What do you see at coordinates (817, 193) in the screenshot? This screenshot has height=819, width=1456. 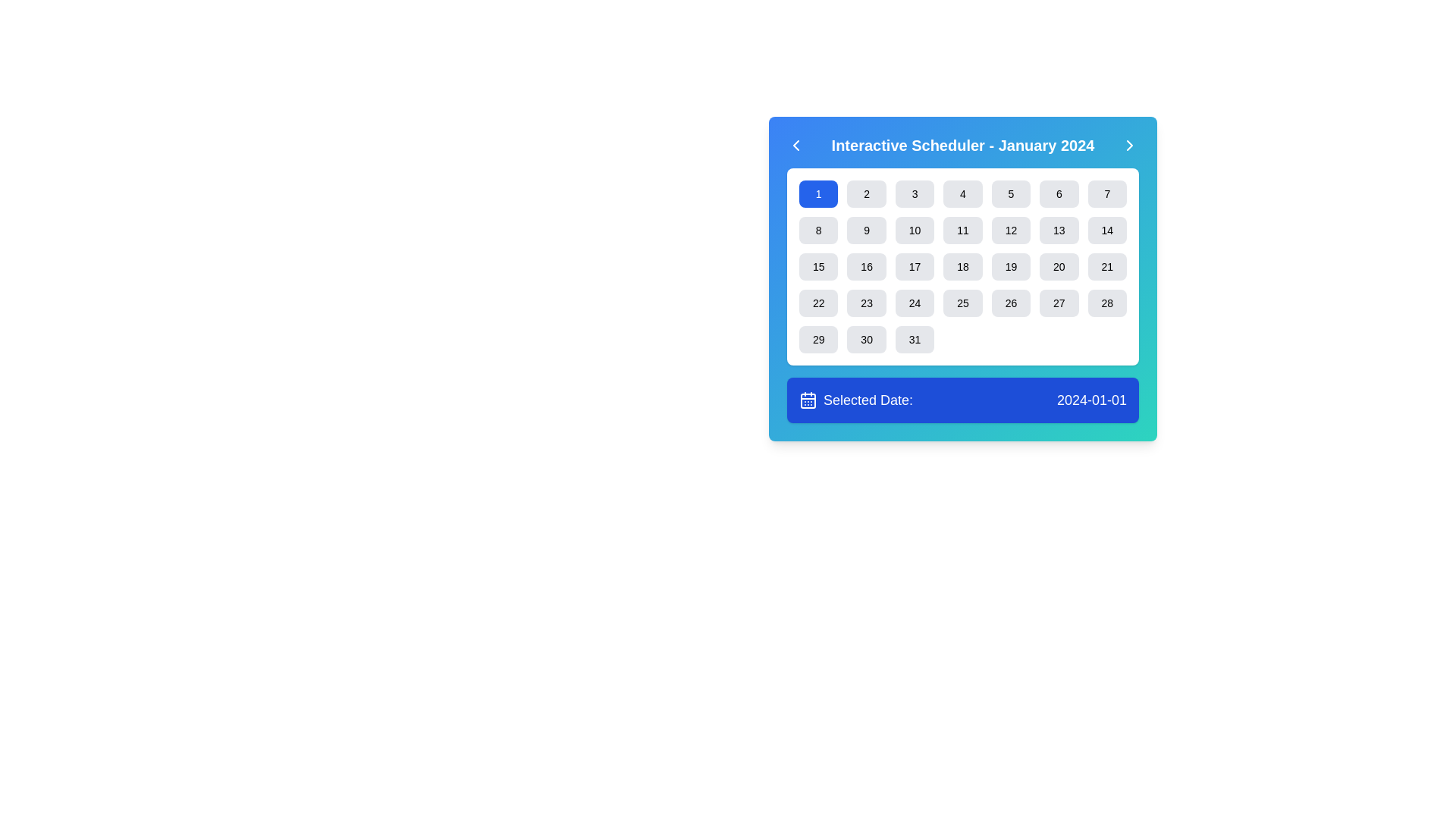 I see `the button representing the first day of the calendar month in the interactive scheduler` at bounding box center [817, 193].